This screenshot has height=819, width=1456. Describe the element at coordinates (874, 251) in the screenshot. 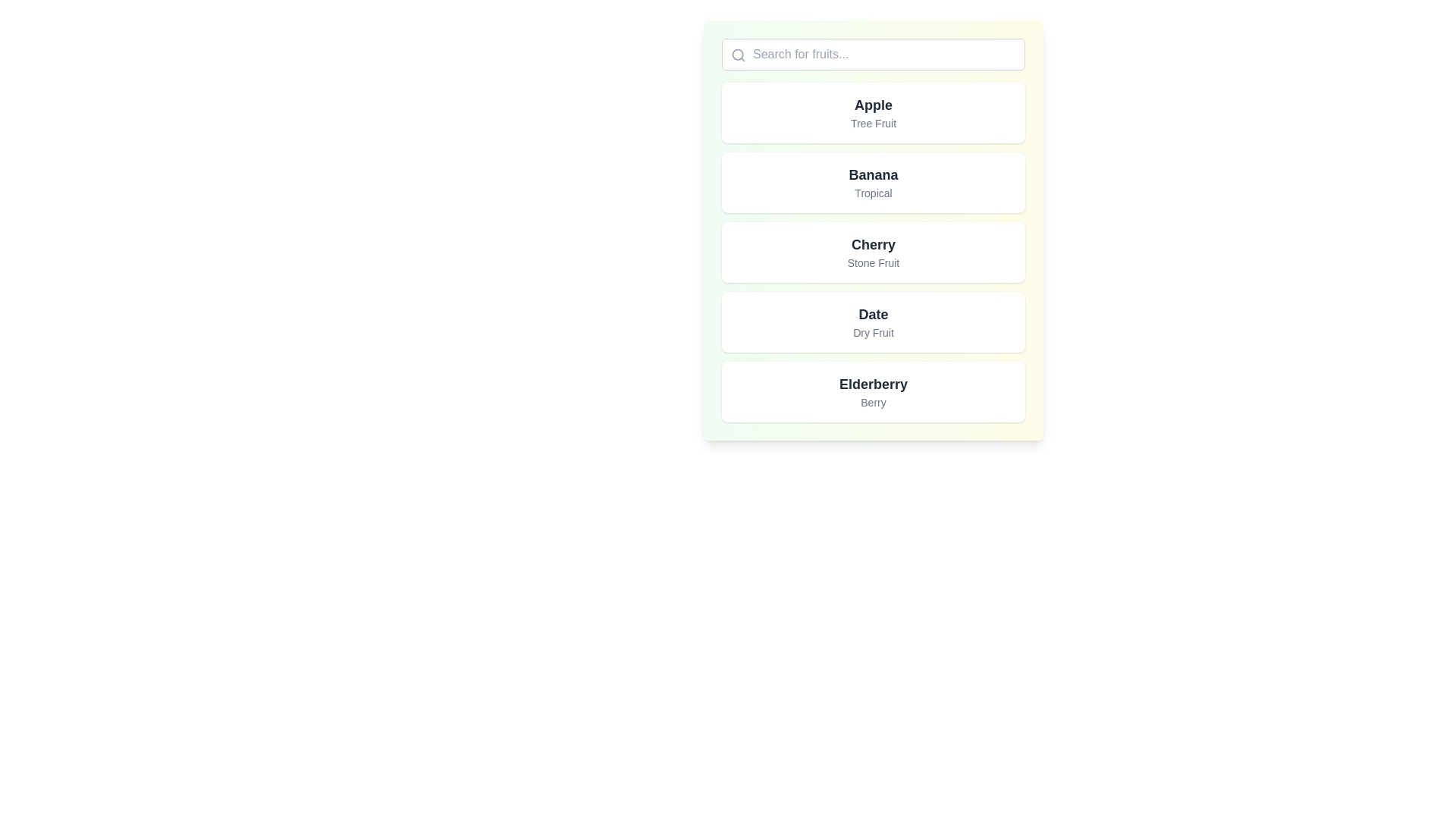

I see `to select the list item labeled 'Cherry', which is the third item in a vertically stacked list of five, positioned between 'Banana' and 'Date'` at that location.